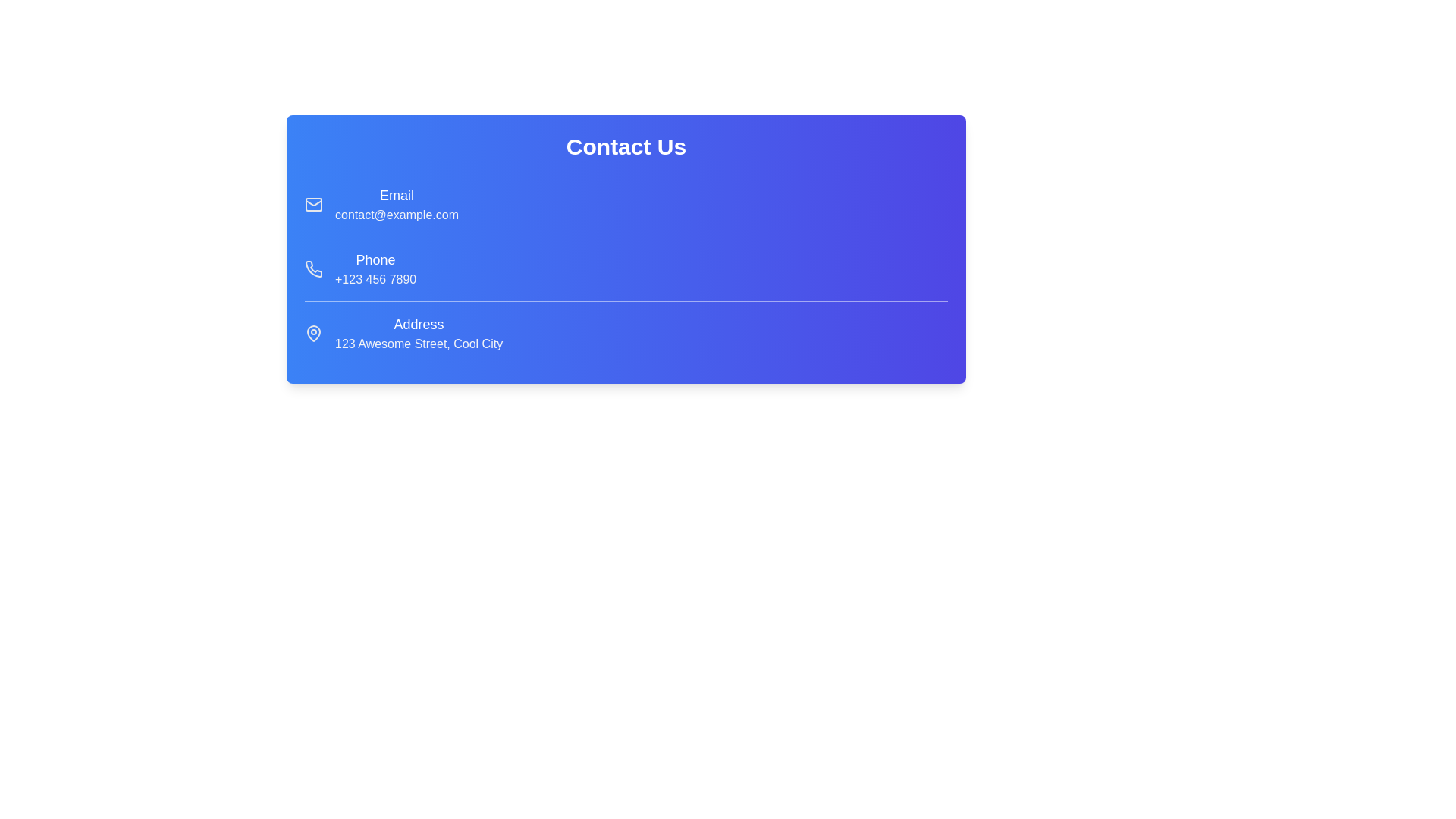 This screenshot has width=1456, height=819. I want to click on the static content display section that presents a contact phone number, located between the 'Email' and 'Address' sections, so click(626, 268).